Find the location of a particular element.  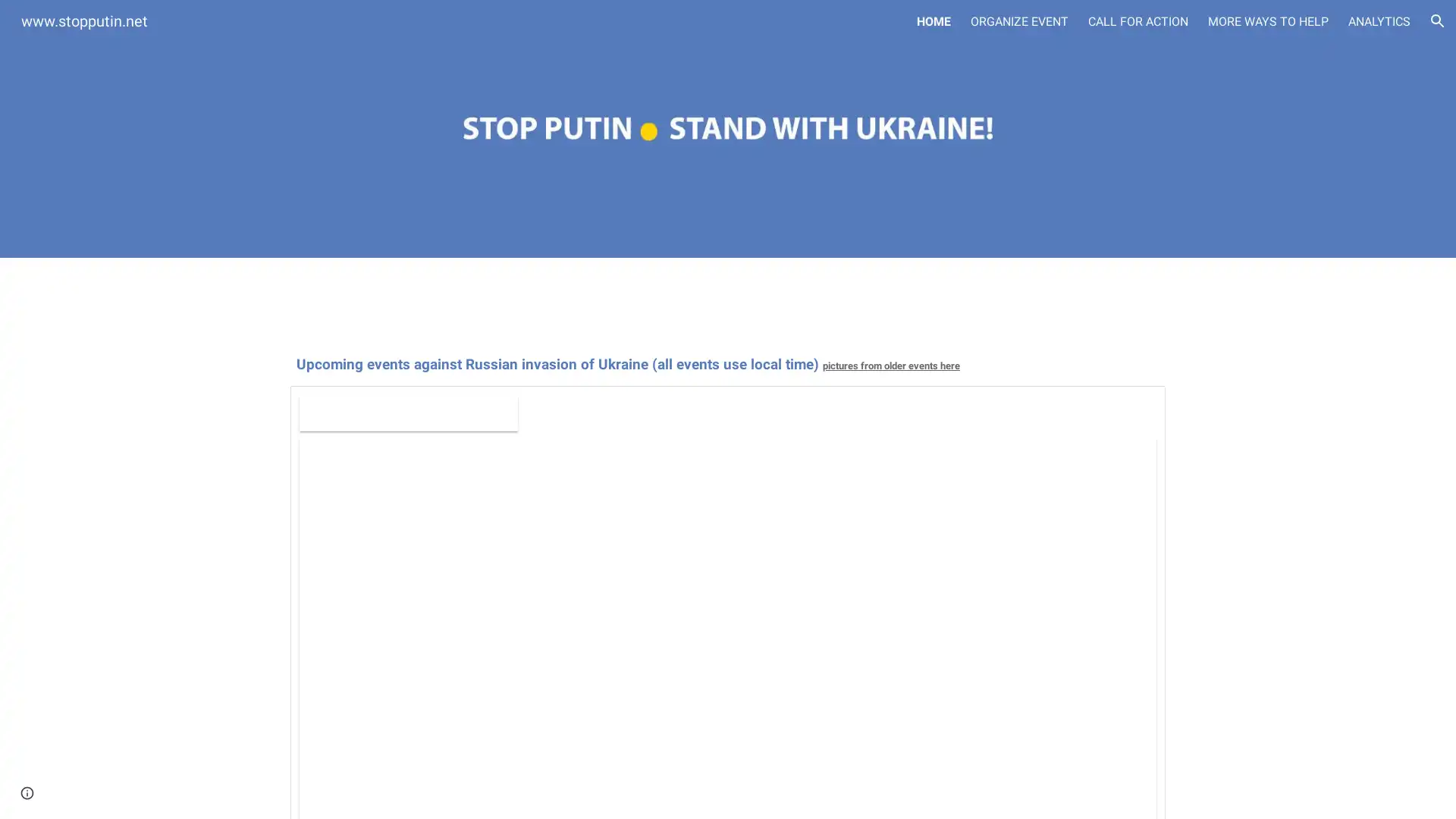

Copy heading link is located at coordinates (976, 363).